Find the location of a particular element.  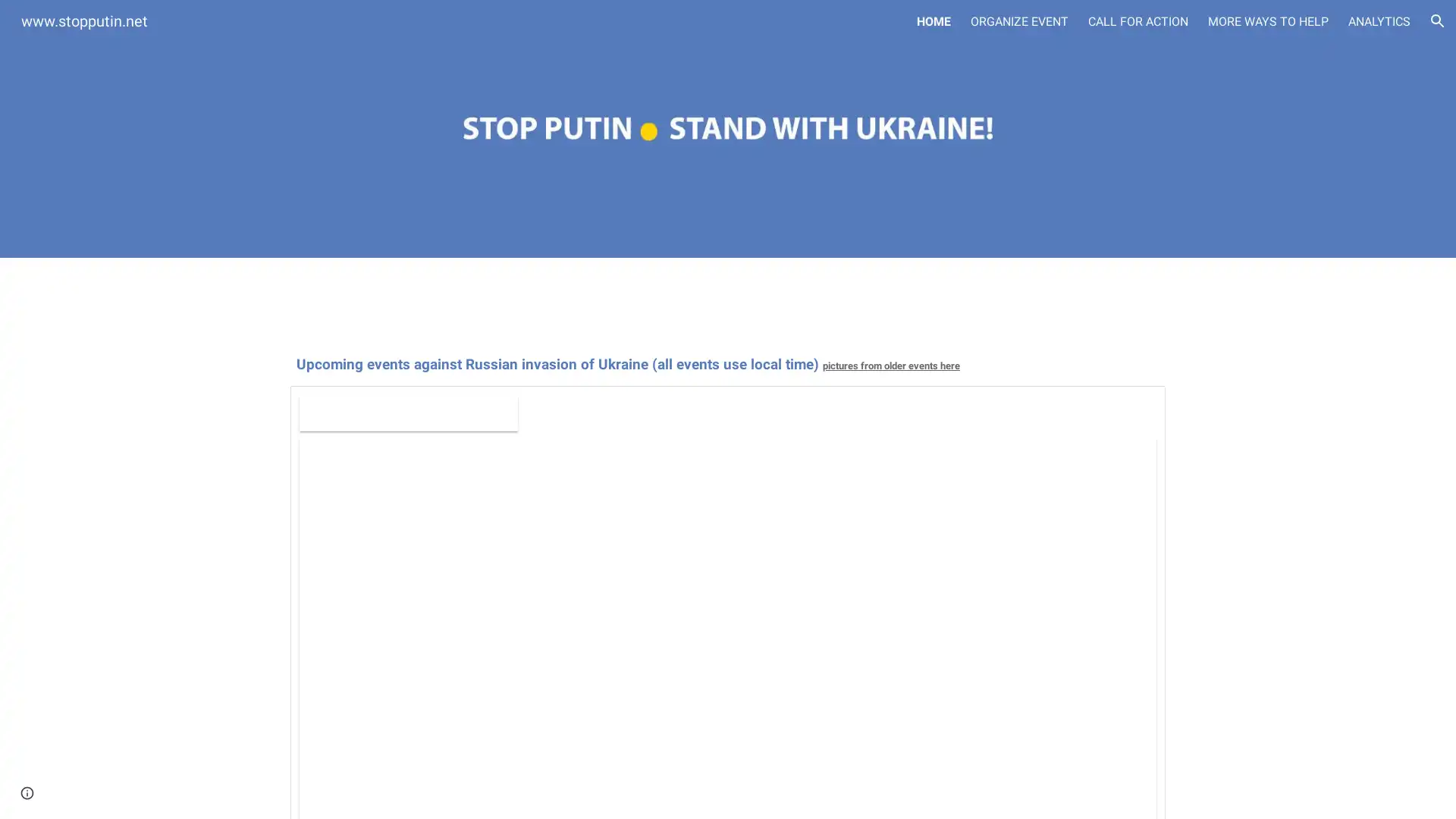

Copy heading link is located at coordinates (976, 363).